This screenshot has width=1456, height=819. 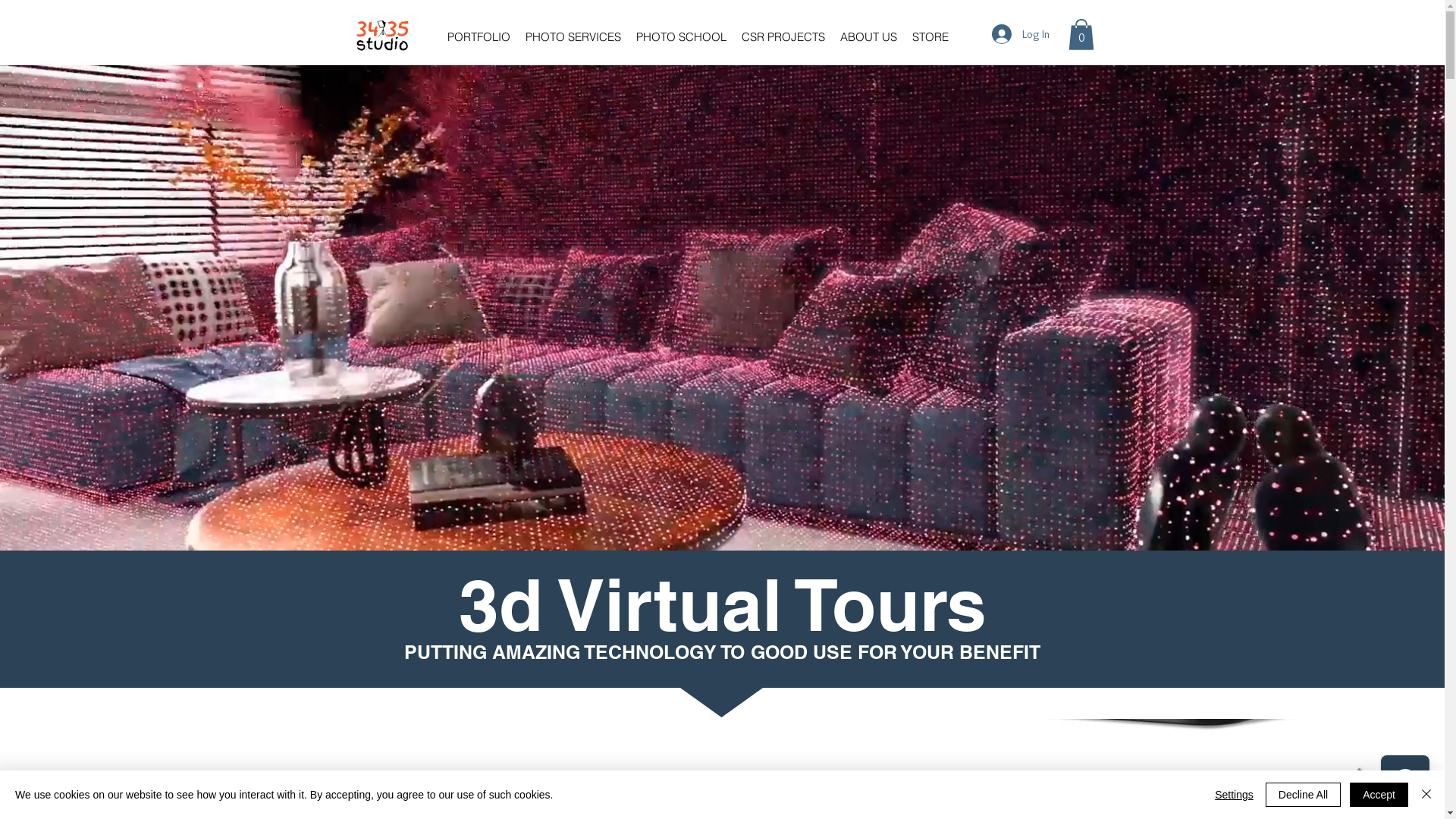 What do you see at coordinates (783, 36) in the screenshot?
I see `'CSR PROJECTS'` at bounding box center [783, 36].